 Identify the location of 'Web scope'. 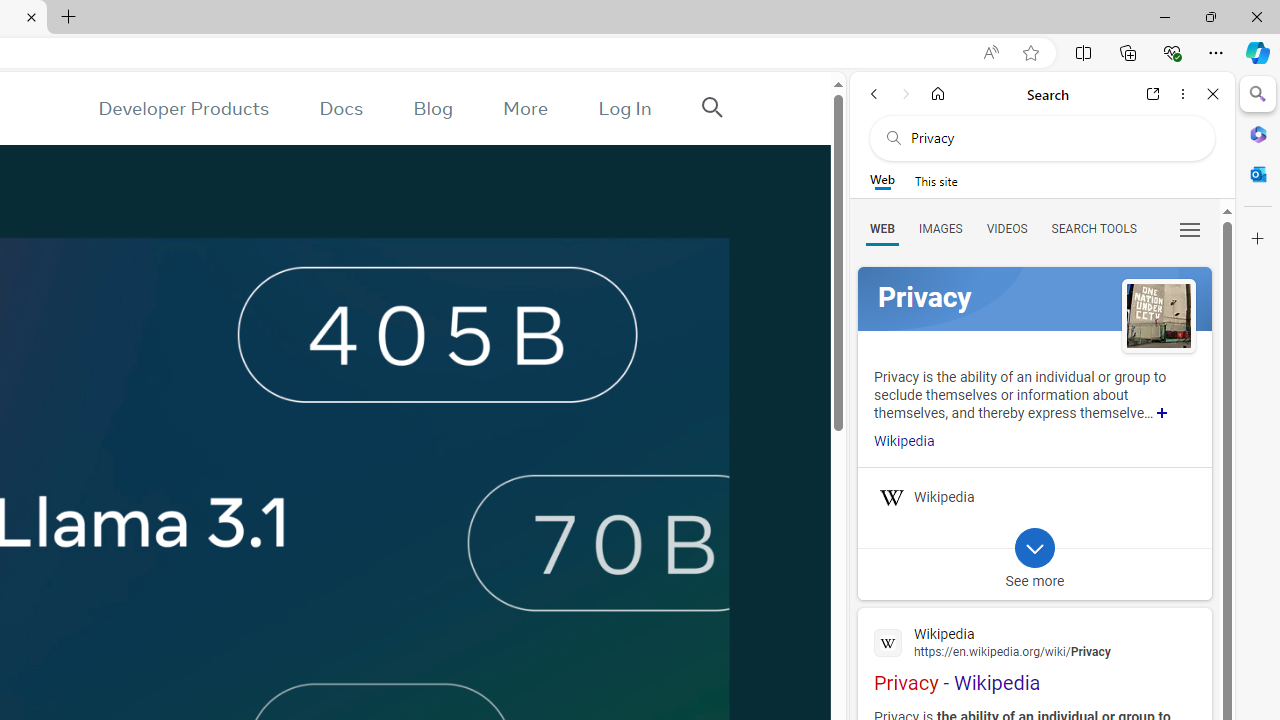
(881, 180).